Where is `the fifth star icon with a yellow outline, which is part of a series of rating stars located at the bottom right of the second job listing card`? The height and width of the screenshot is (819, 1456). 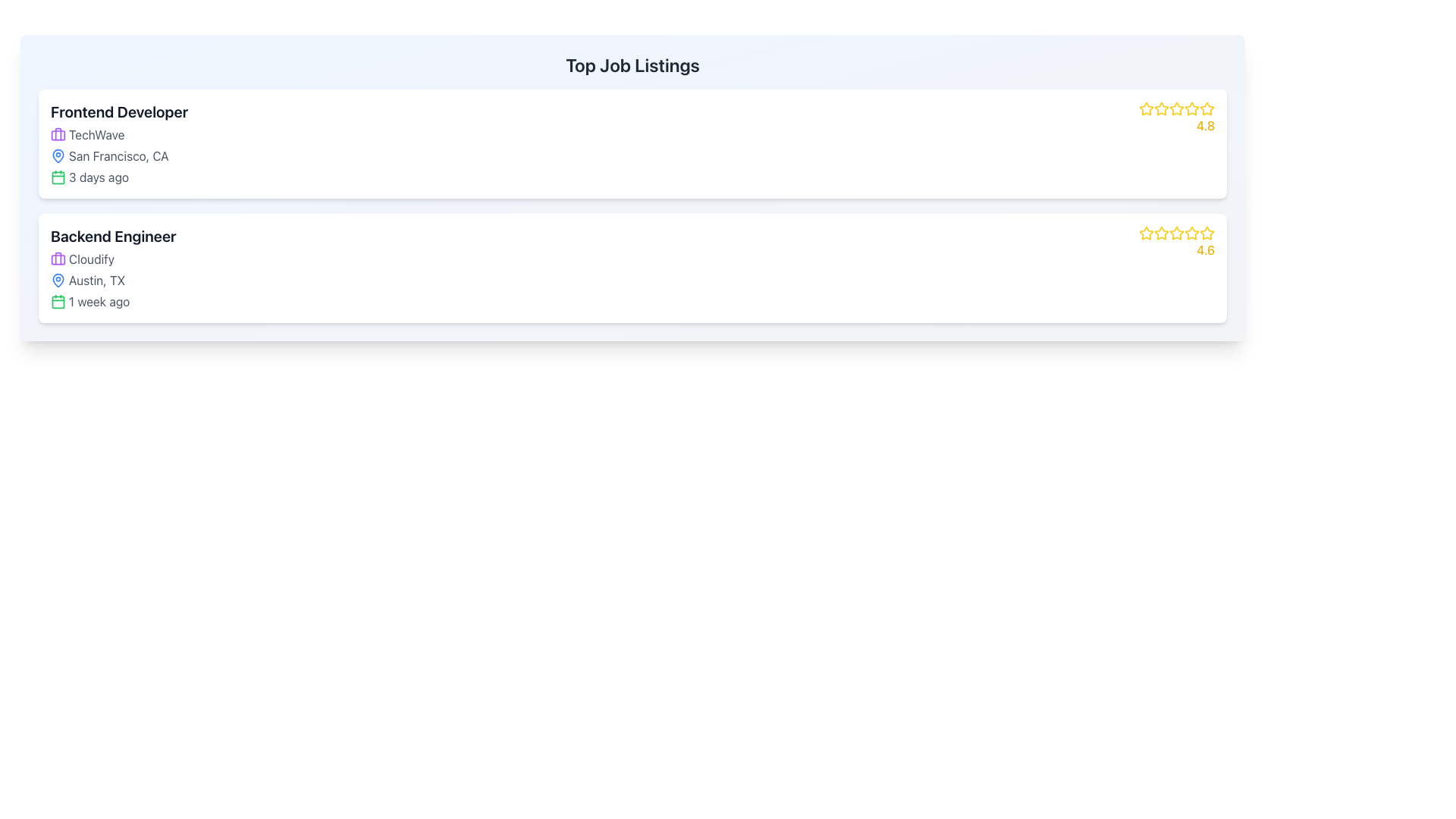
the fifth star icon with a yellow outline, which is part of a series of rating stars located at the bottom right of the second job listing card is located at coordinates (1191, 234).